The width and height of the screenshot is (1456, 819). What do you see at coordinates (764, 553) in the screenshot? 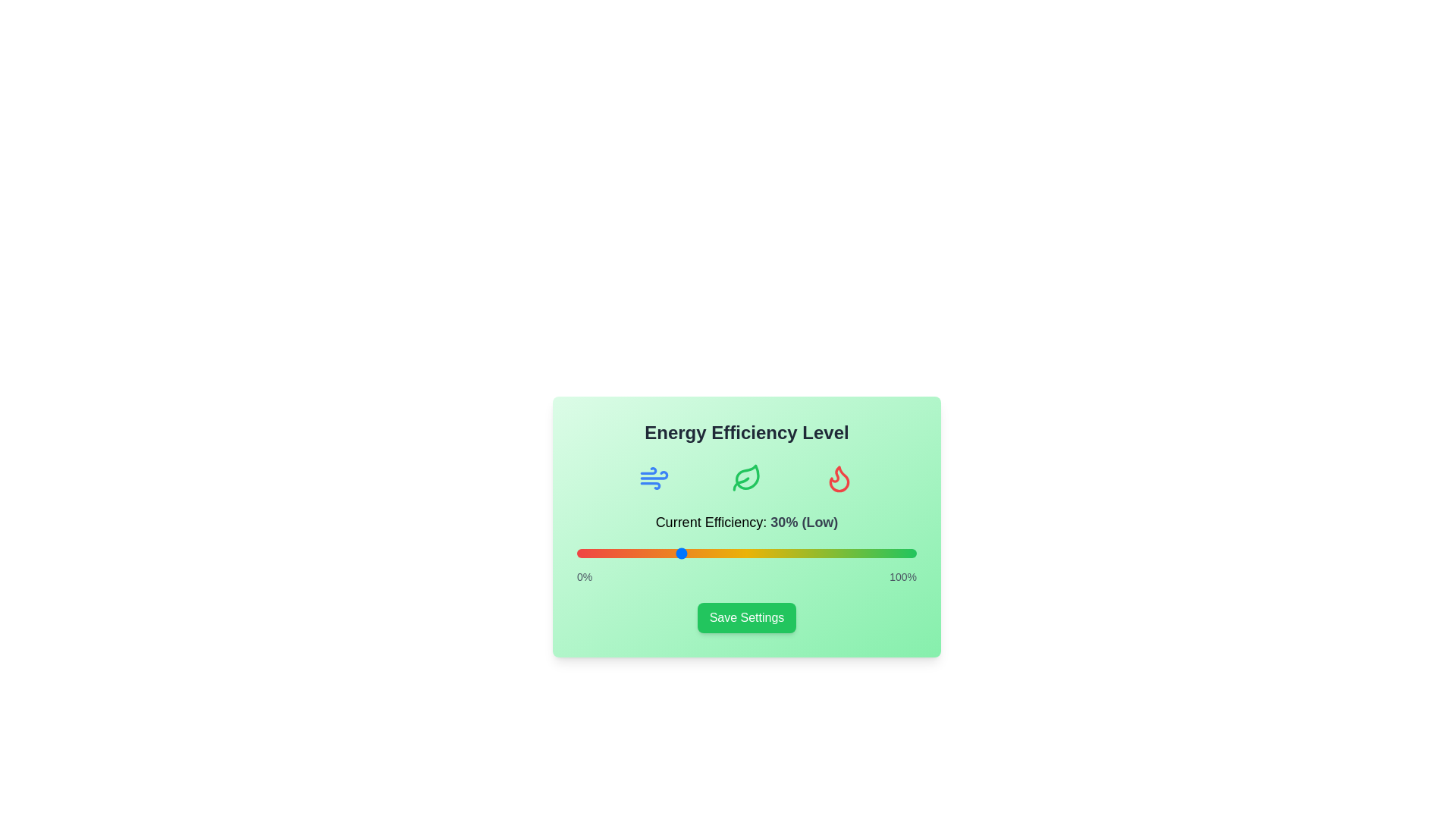
I see `the efficiency slider to 55%` at bounding box center [764, 553].